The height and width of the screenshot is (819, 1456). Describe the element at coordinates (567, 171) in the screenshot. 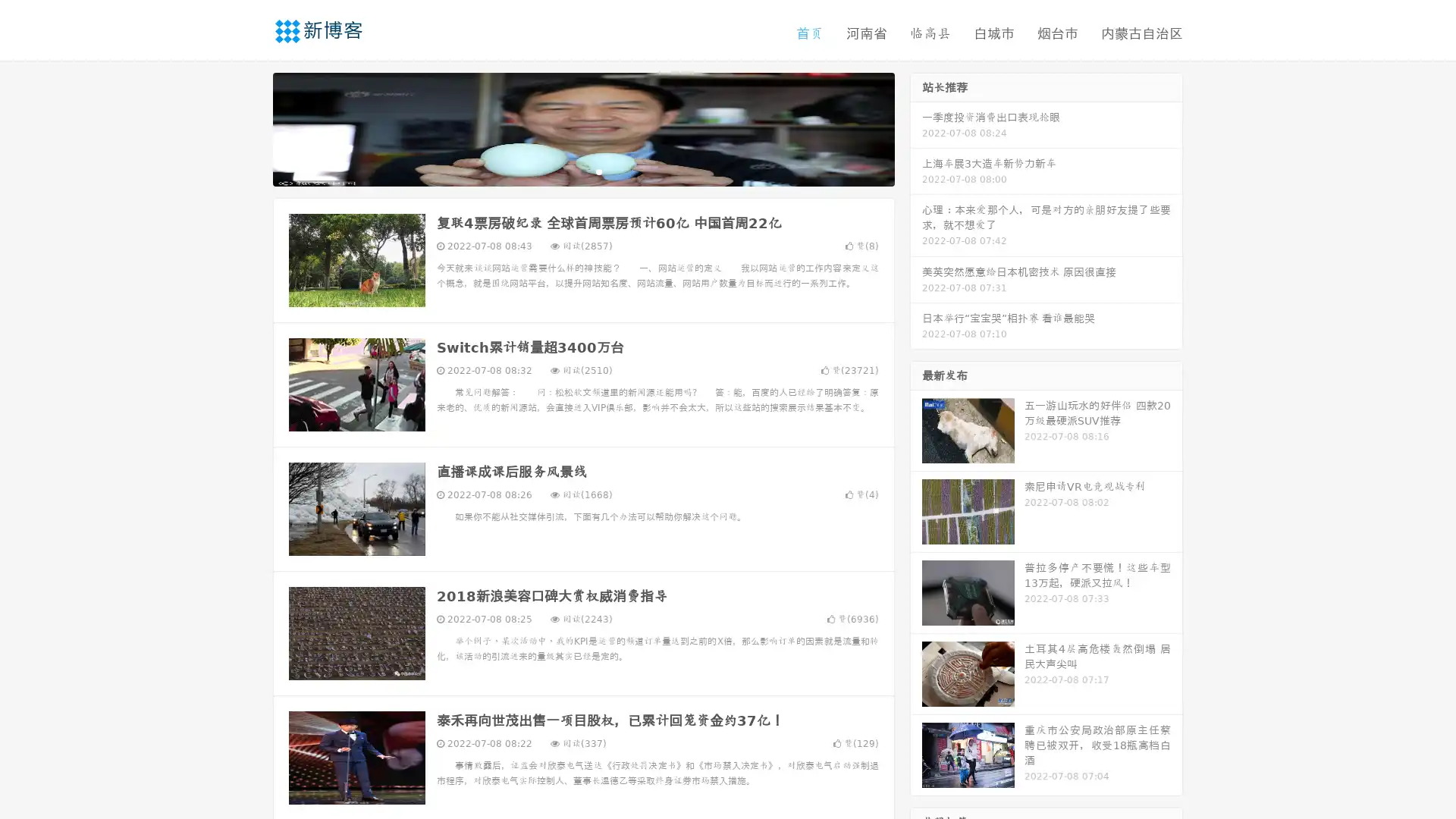

I see `Go to slide 1` at that location.